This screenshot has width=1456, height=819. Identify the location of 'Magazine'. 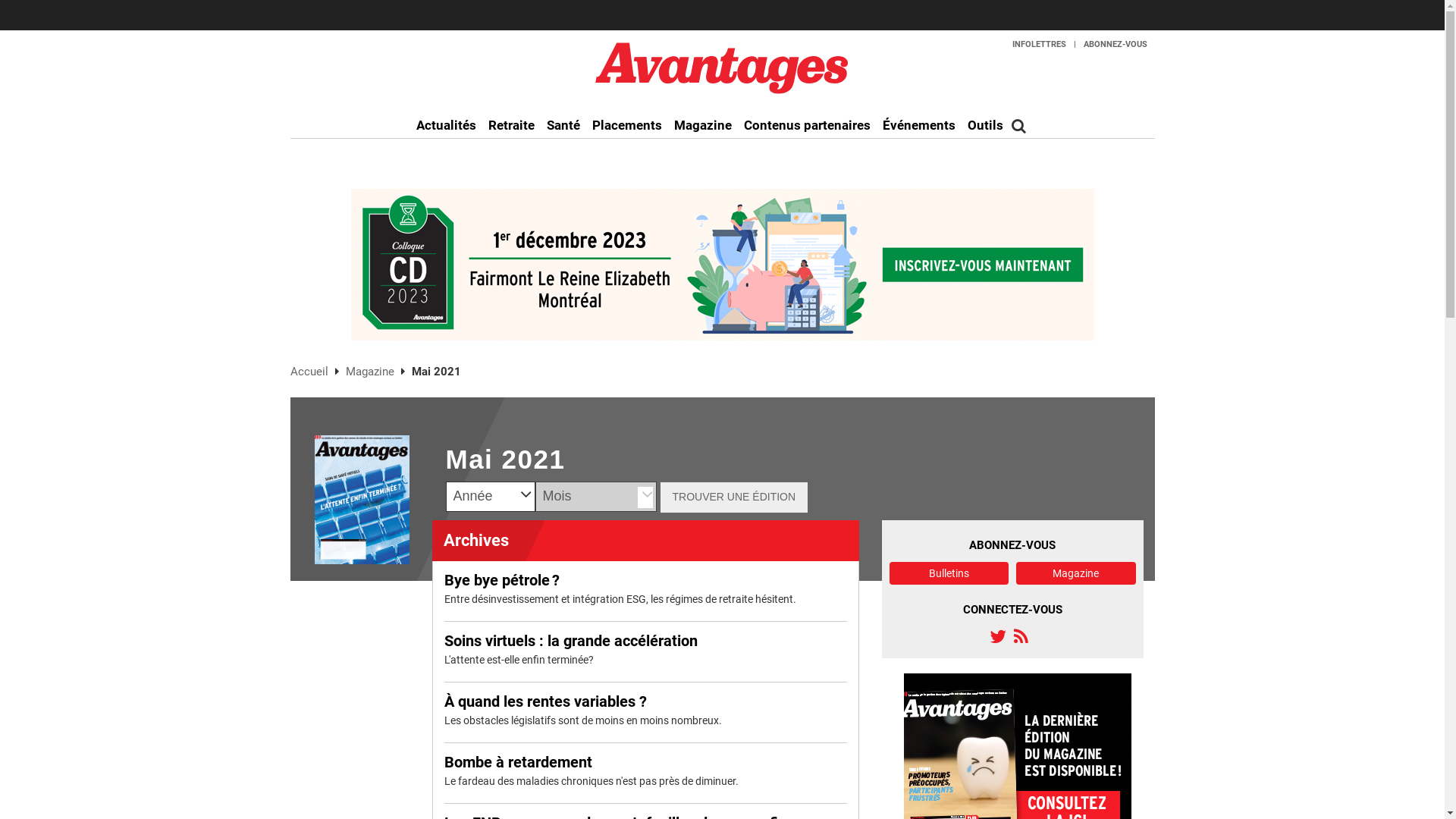
(371, 371).